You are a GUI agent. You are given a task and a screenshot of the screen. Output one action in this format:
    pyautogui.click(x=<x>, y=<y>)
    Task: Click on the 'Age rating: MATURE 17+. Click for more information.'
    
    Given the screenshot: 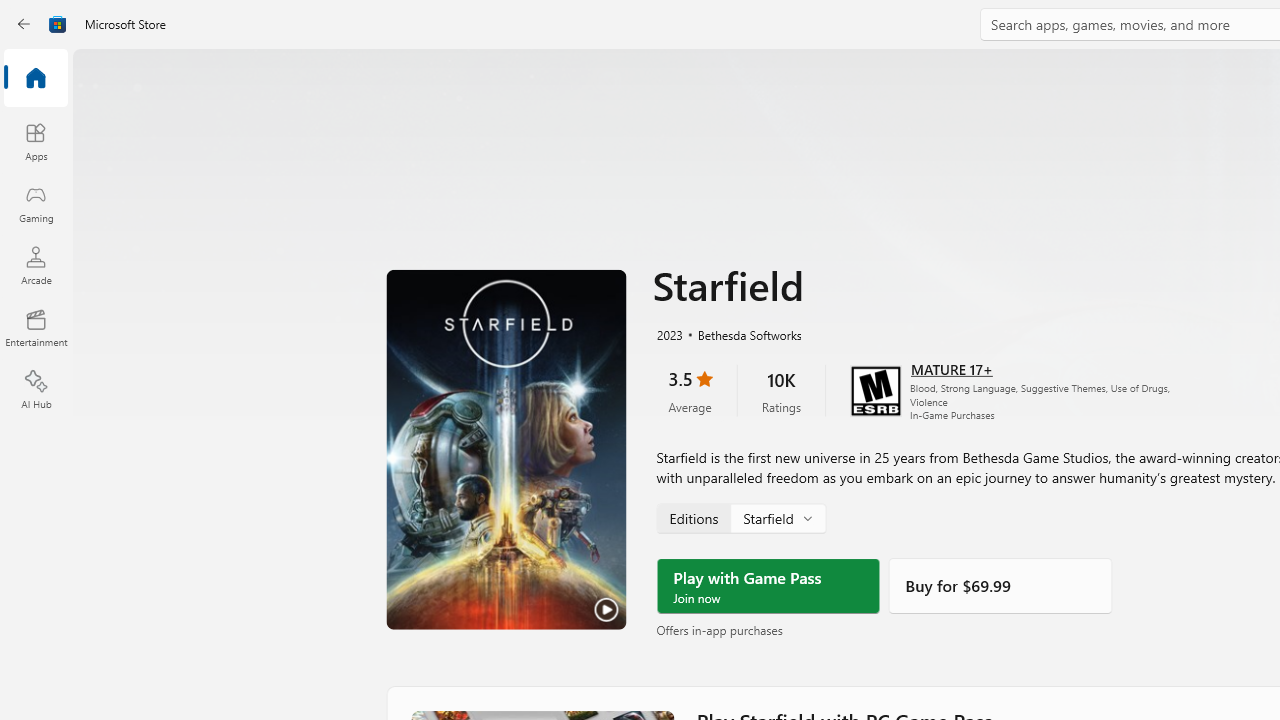 What is the action you would take?
    pyautogui.click(x=950, y=367)
    